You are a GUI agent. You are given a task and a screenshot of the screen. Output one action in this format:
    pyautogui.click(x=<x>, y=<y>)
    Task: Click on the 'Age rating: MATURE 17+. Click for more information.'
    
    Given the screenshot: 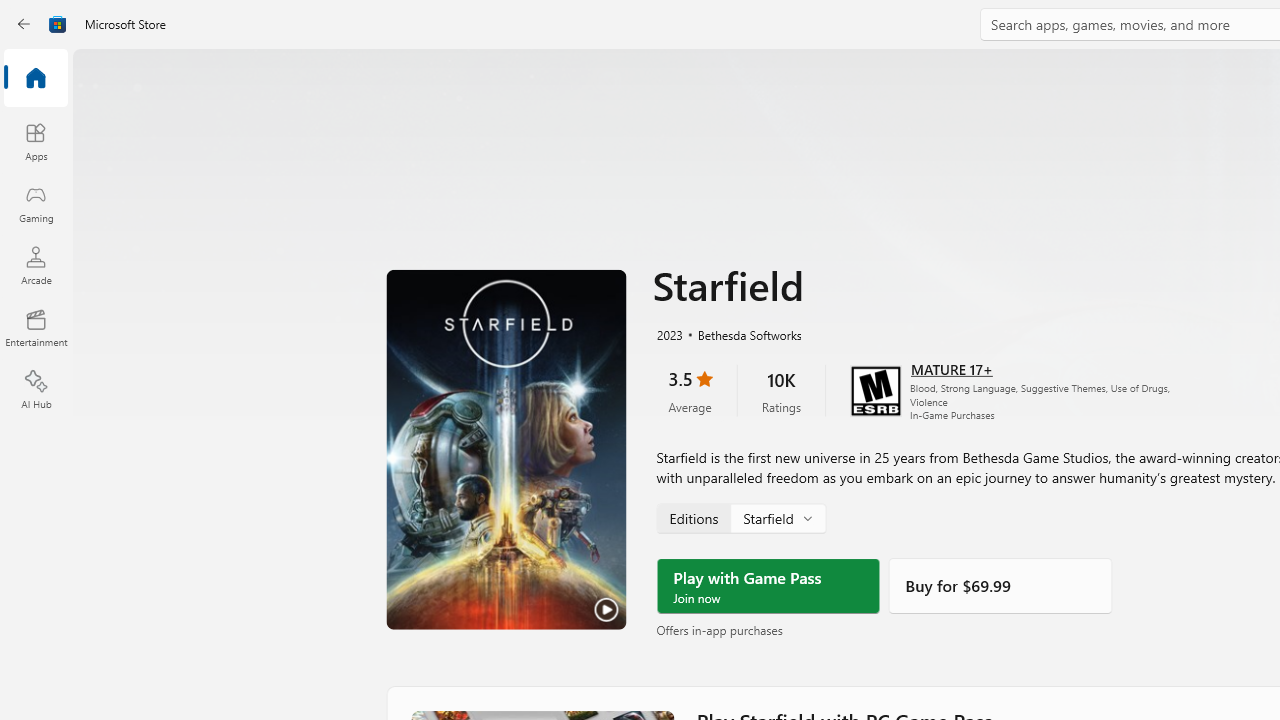 What is the action you would take?
    pyautogui.click(x=950, y=367)
    